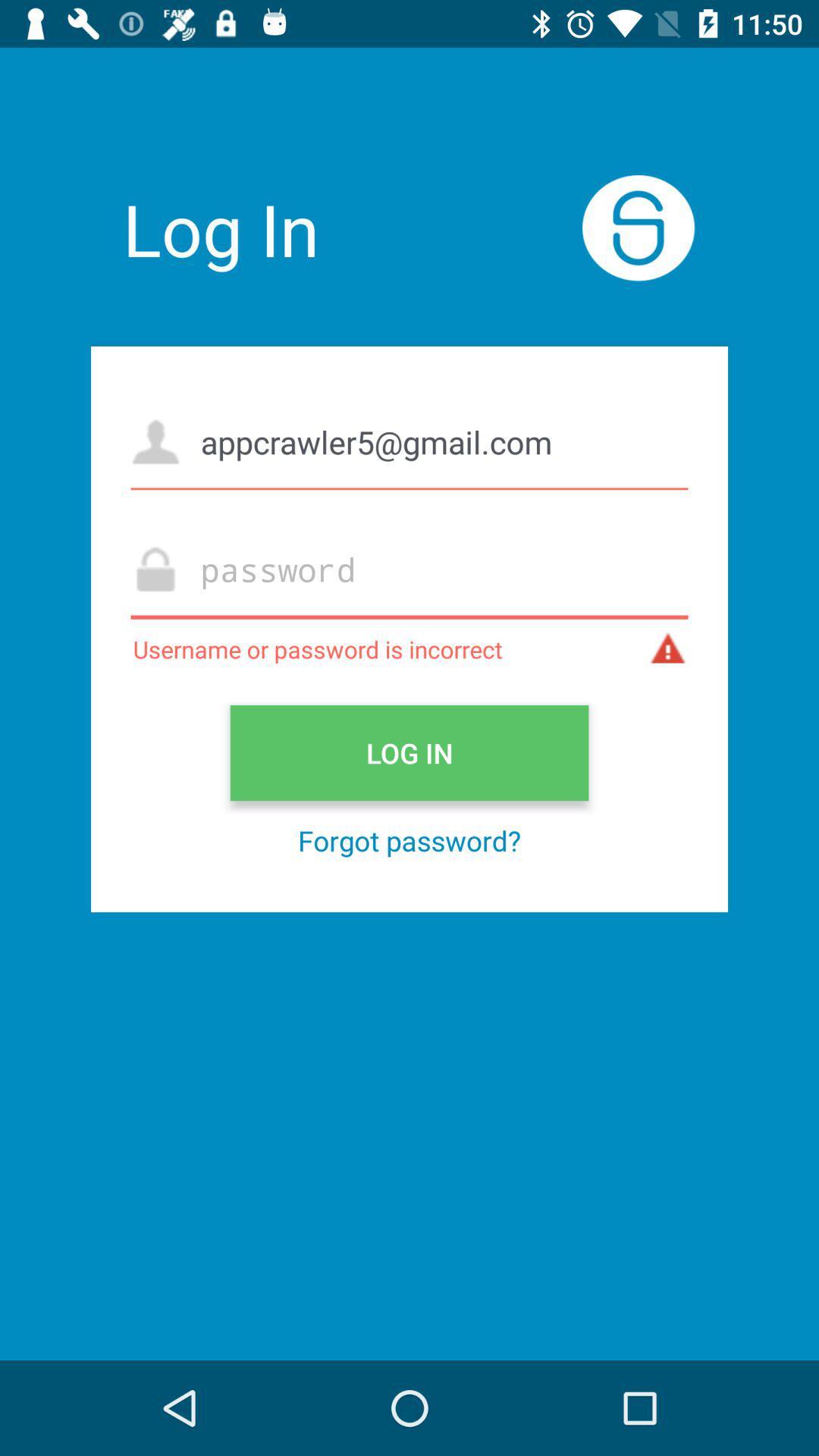 This screenshot has height=1456, width=819. Describe the element at coordinates (409, 839) in the screenshot. I see `forgot password? icon` at that location.